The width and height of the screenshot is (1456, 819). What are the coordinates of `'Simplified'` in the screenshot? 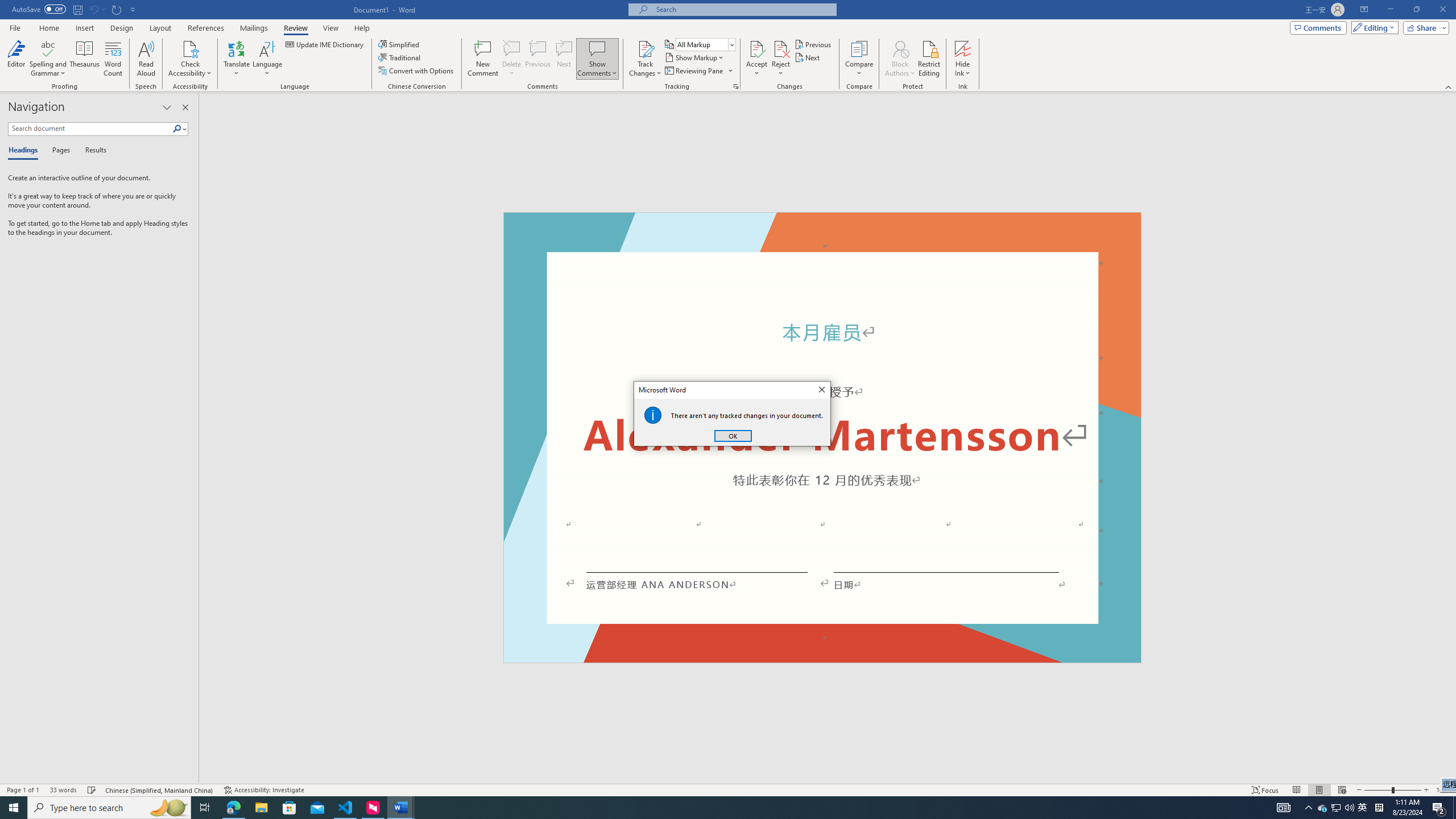 It's located at (400, 44).